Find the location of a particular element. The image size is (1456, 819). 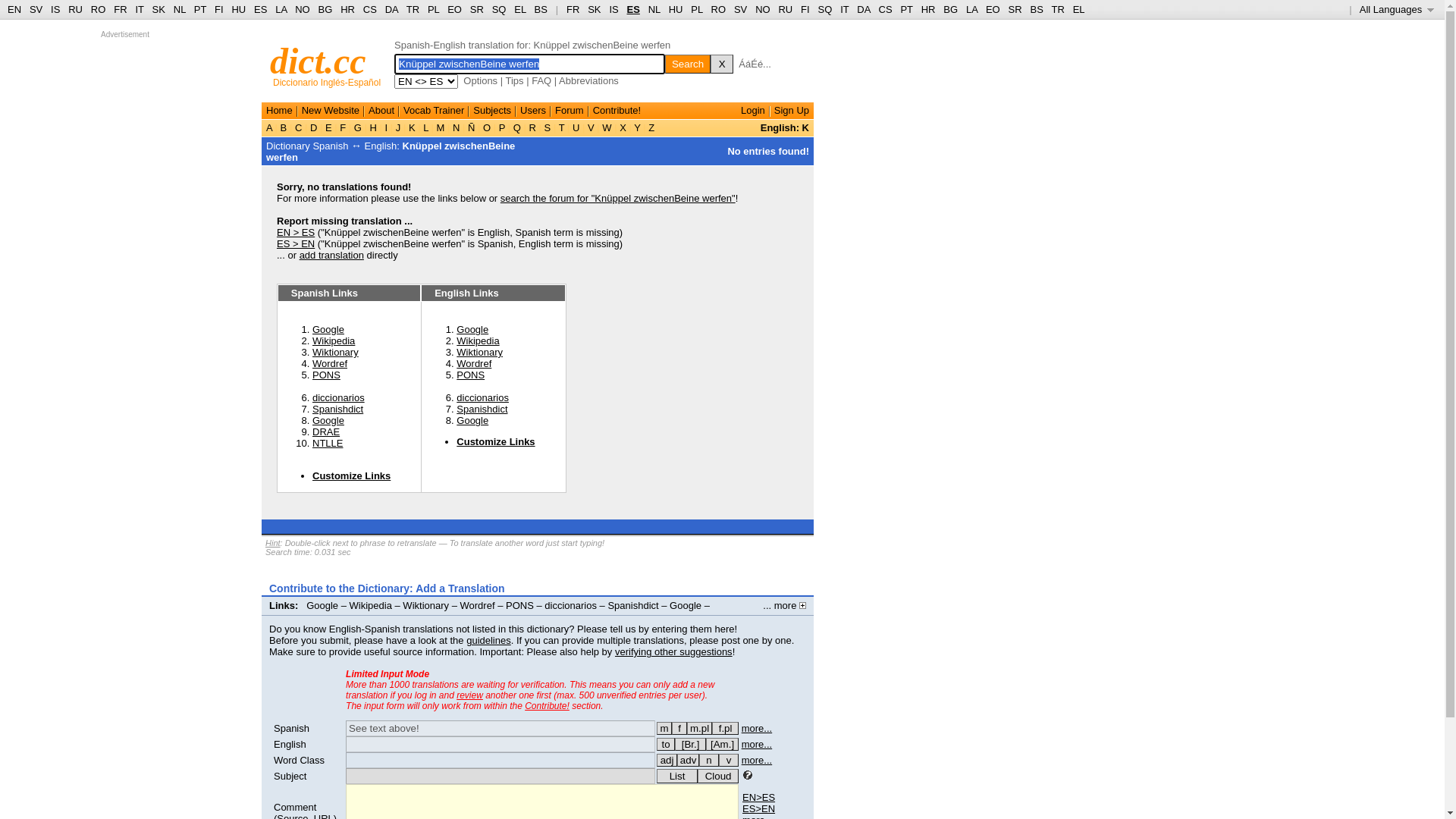

'W' is located at coordinates (599, 127).